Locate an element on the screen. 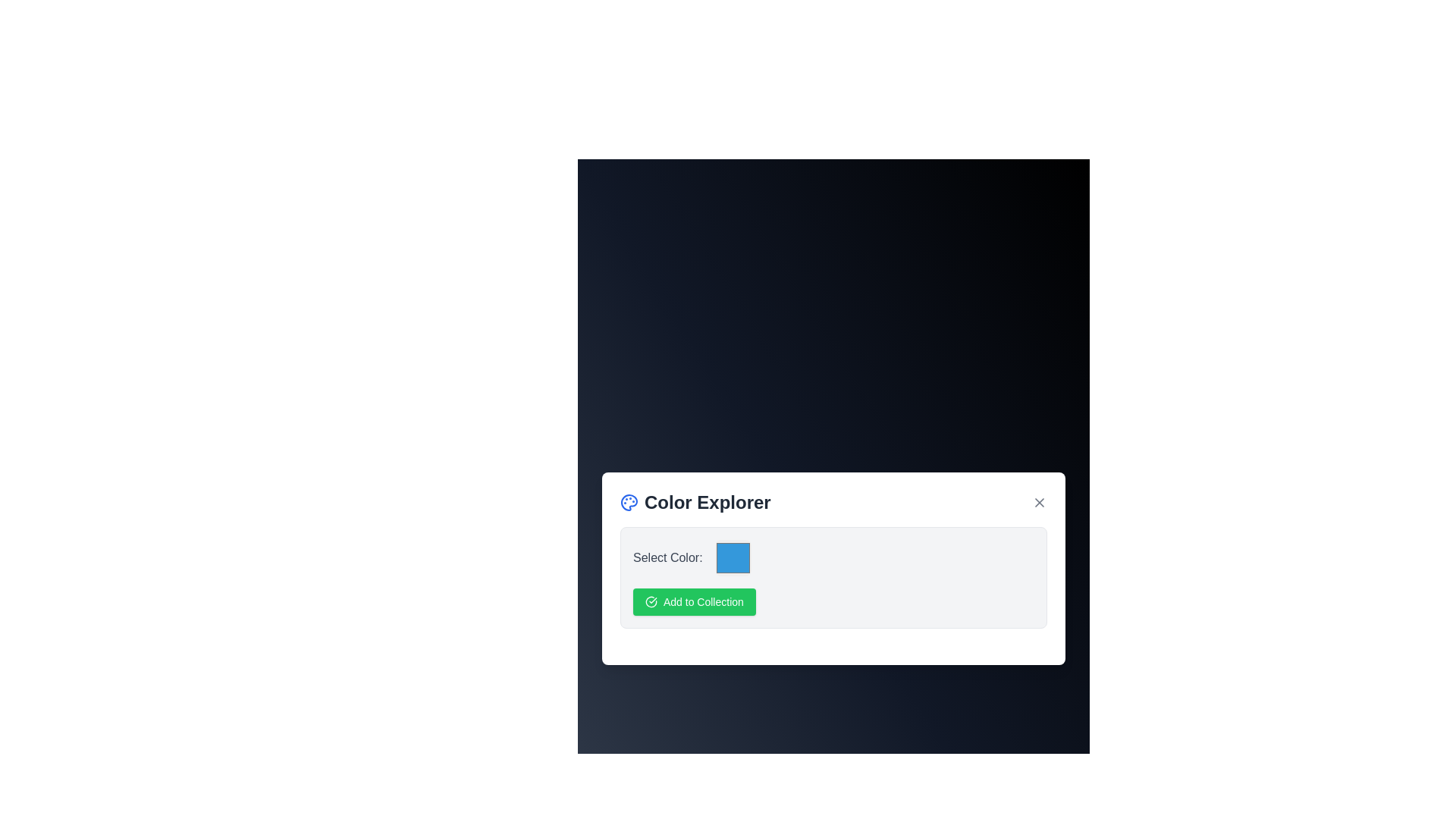 This screenshot has height=819, width=1456. the 'What this Text' header element that indicates the section pertains to exploring colors, located at the top center of the dialog box is located at coordinates (695, 503).